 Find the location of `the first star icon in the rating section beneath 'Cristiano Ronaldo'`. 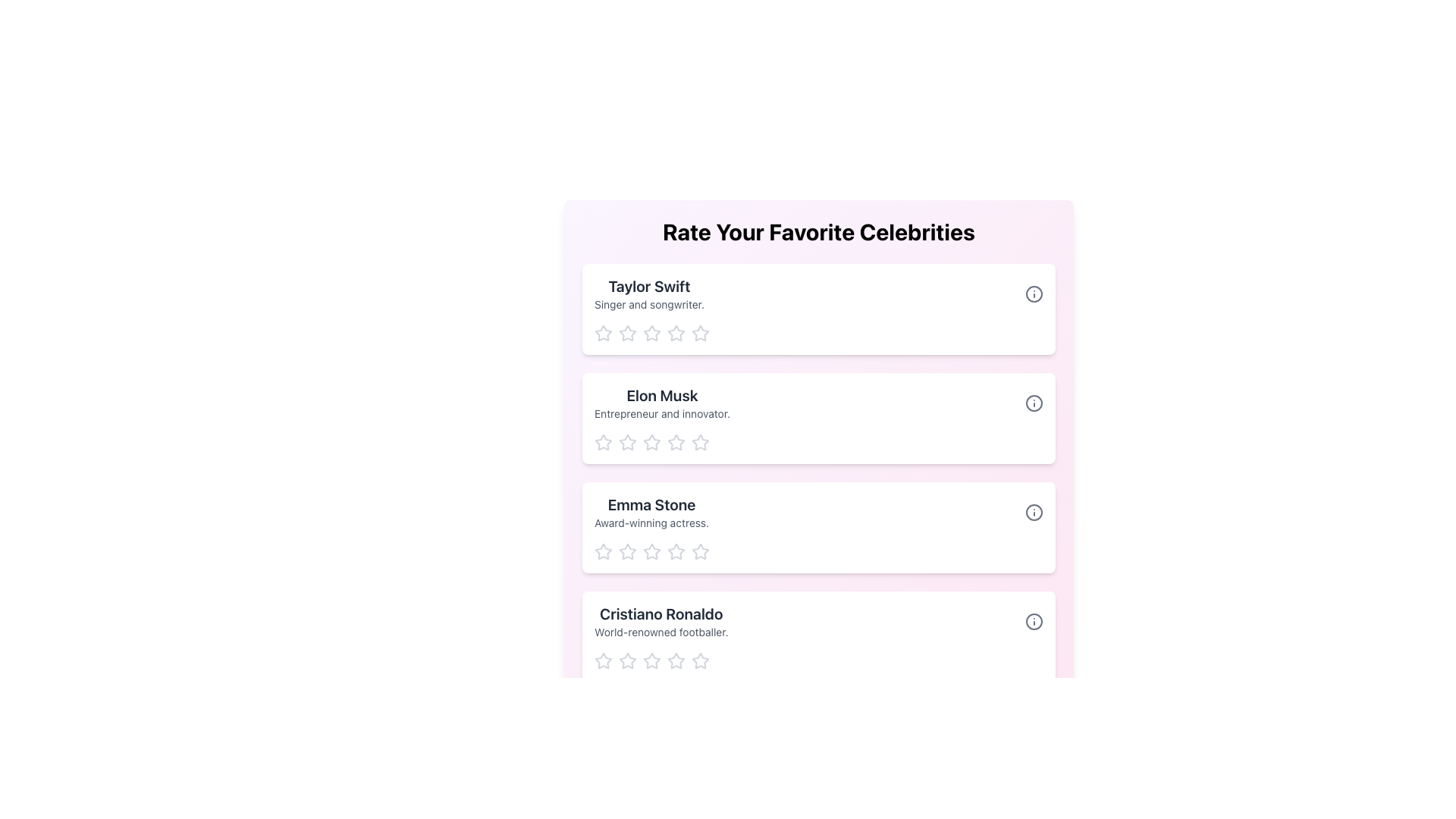

the first star icon in the rating section beneath 'Cristiano Ronaldo' is located at coordinates (628, 660).